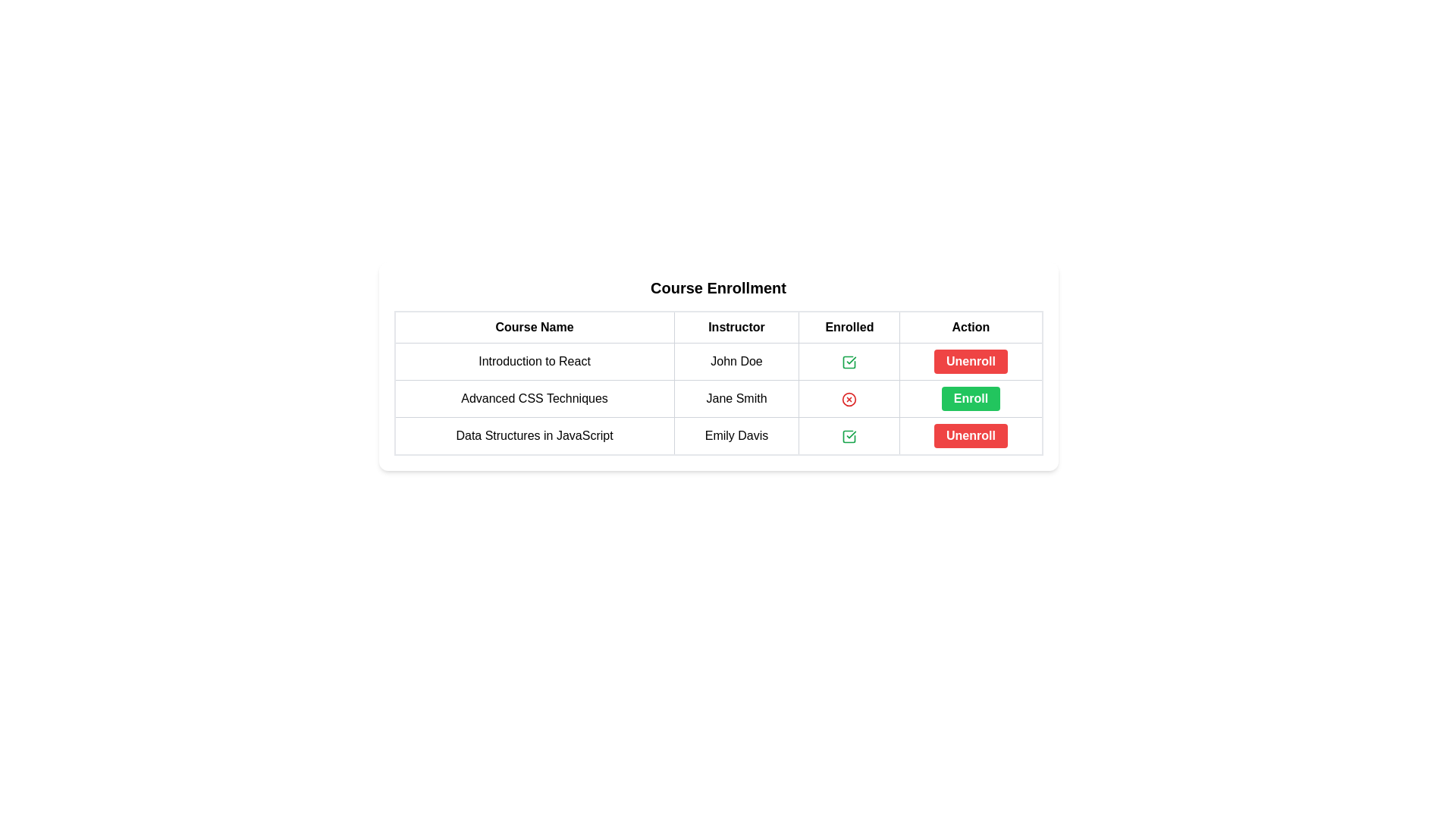 Image resolution: width=1456 pixels, height=819 pixels. I want to click on the 'Course Enrollment' header to sort the column below that contains the names of the courses, so click(534, 326).